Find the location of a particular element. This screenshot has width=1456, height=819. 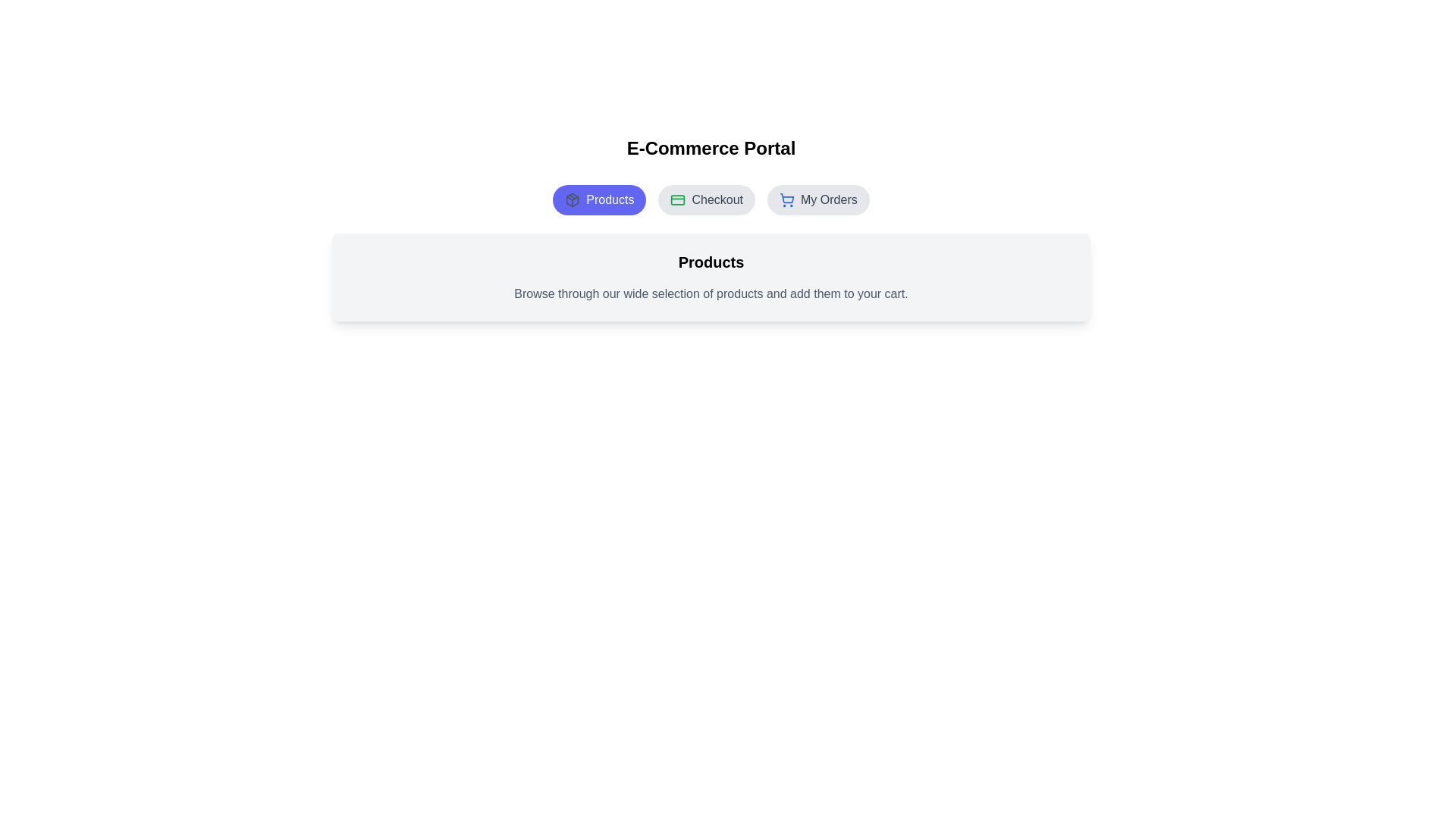

the Checkout tab to view its content is located at coordinates (705, 199).